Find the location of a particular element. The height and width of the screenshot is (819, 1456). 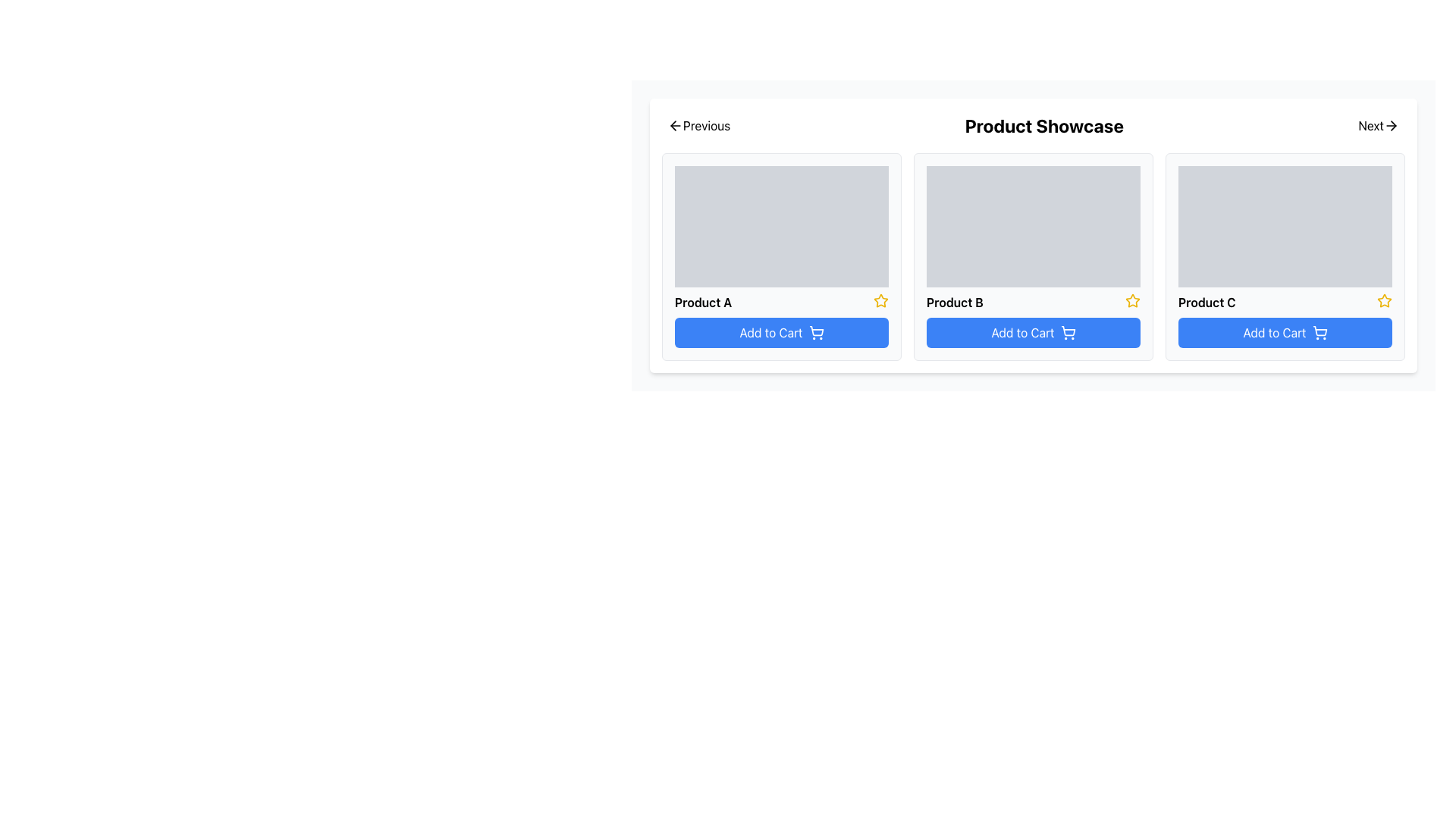

the 'Next' navigation icon located at the top-right corner of the interface is located at coordinates (1394, 124).